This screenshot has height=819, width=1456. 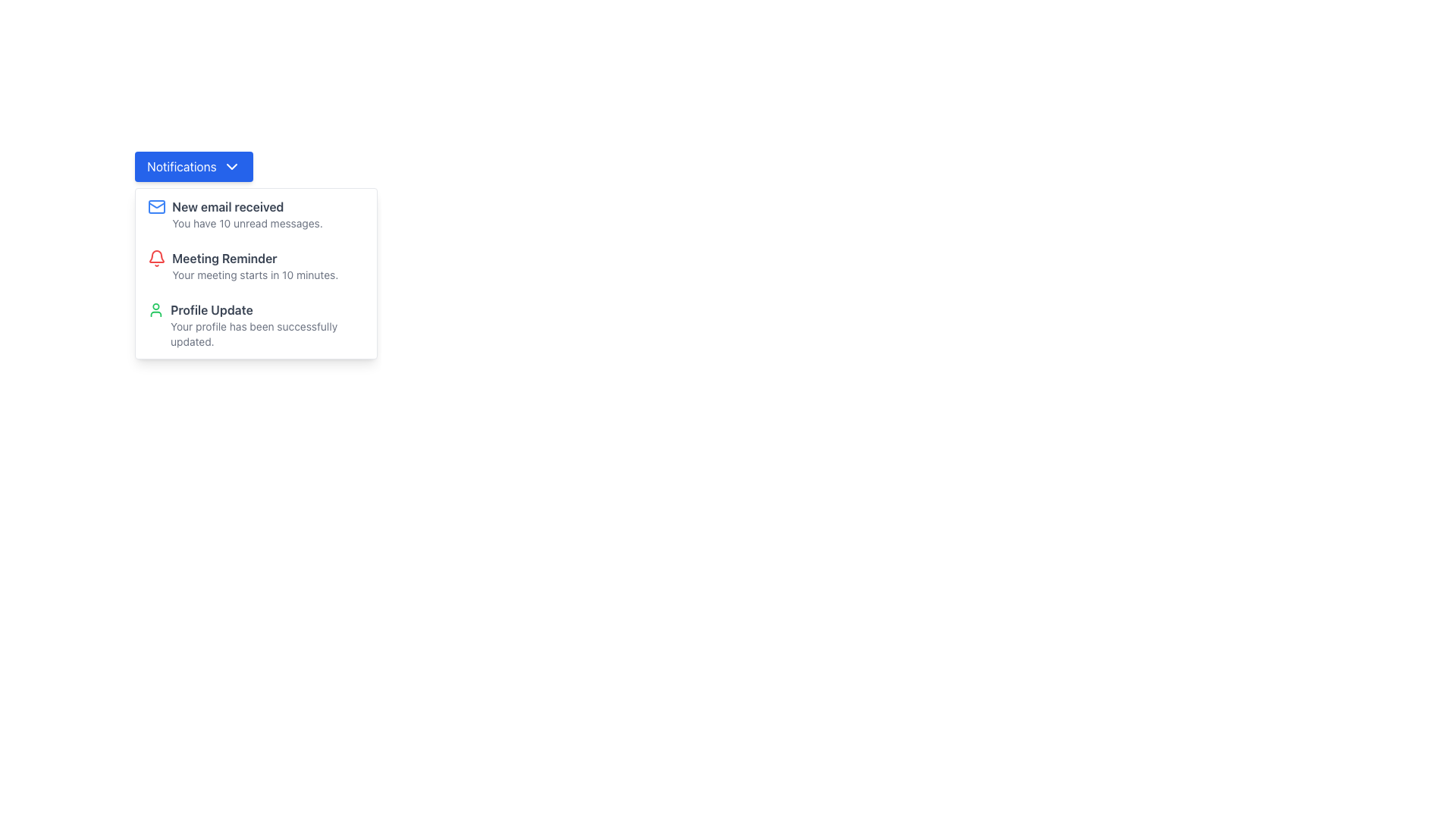 What do you see at coordinates (231, 166) in the screenshot?
I see `the downward-pointing chevron icon located at the right side of the blue 'Notifications' button` at bounding box center [231, 166].